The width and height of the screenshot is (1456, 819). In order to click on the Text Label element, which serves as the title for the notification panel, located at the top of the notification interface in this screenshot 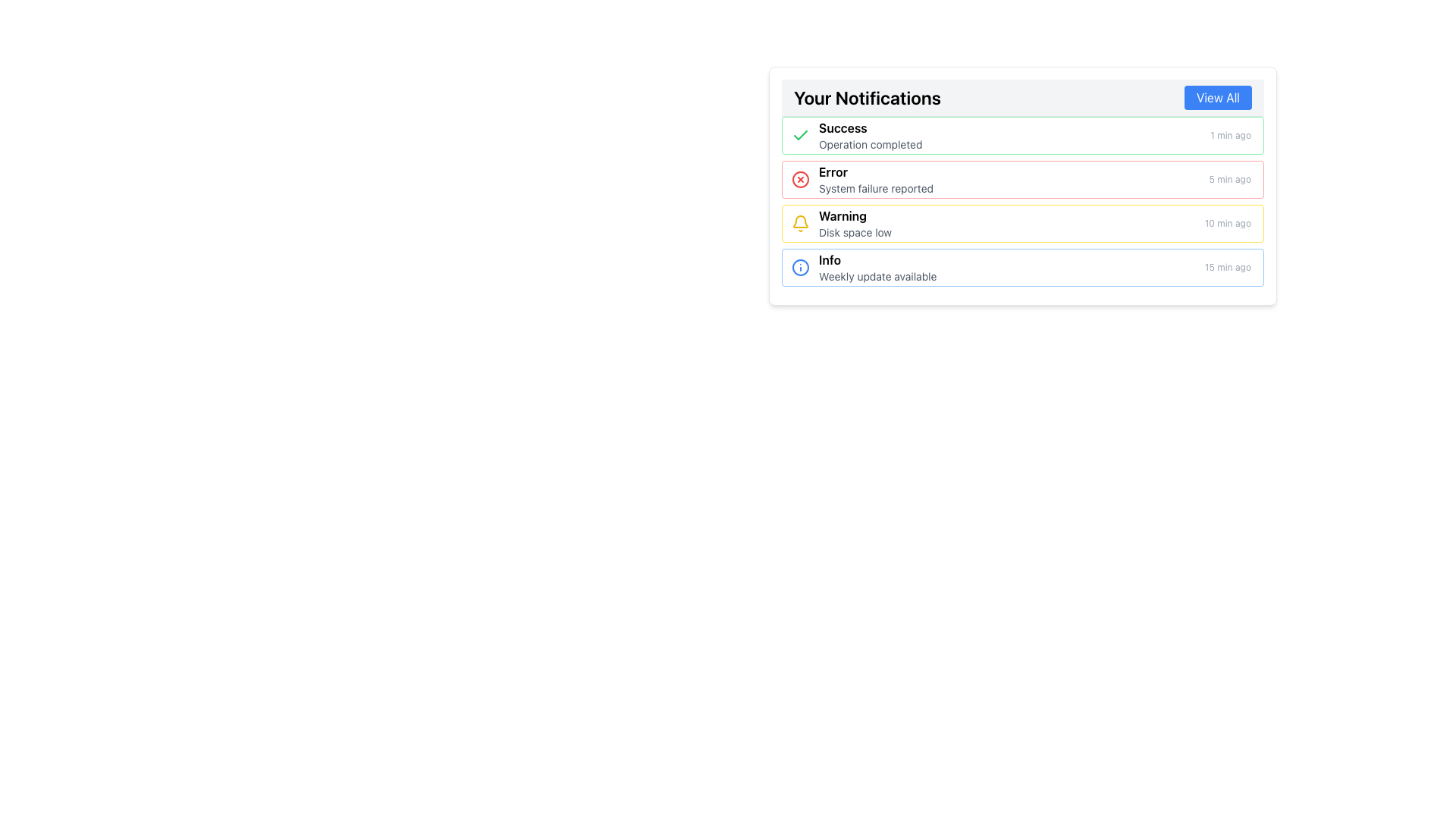, I will do `click(867, 97)`.